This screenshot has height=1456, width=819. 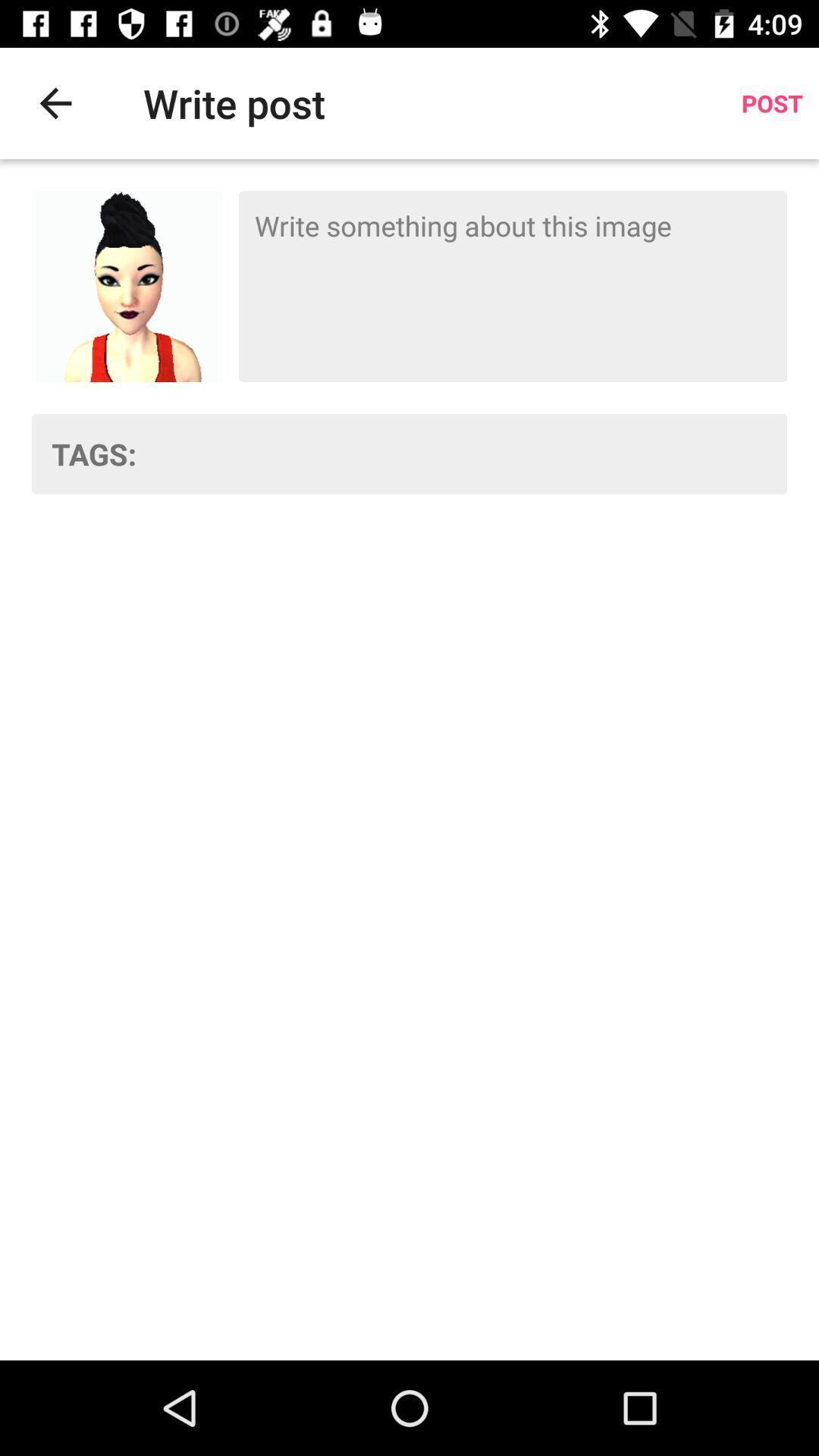 What do you see at coordinates (471, 453) in the screenshot?
I see `write tag words` at bounding box center [471, 453].